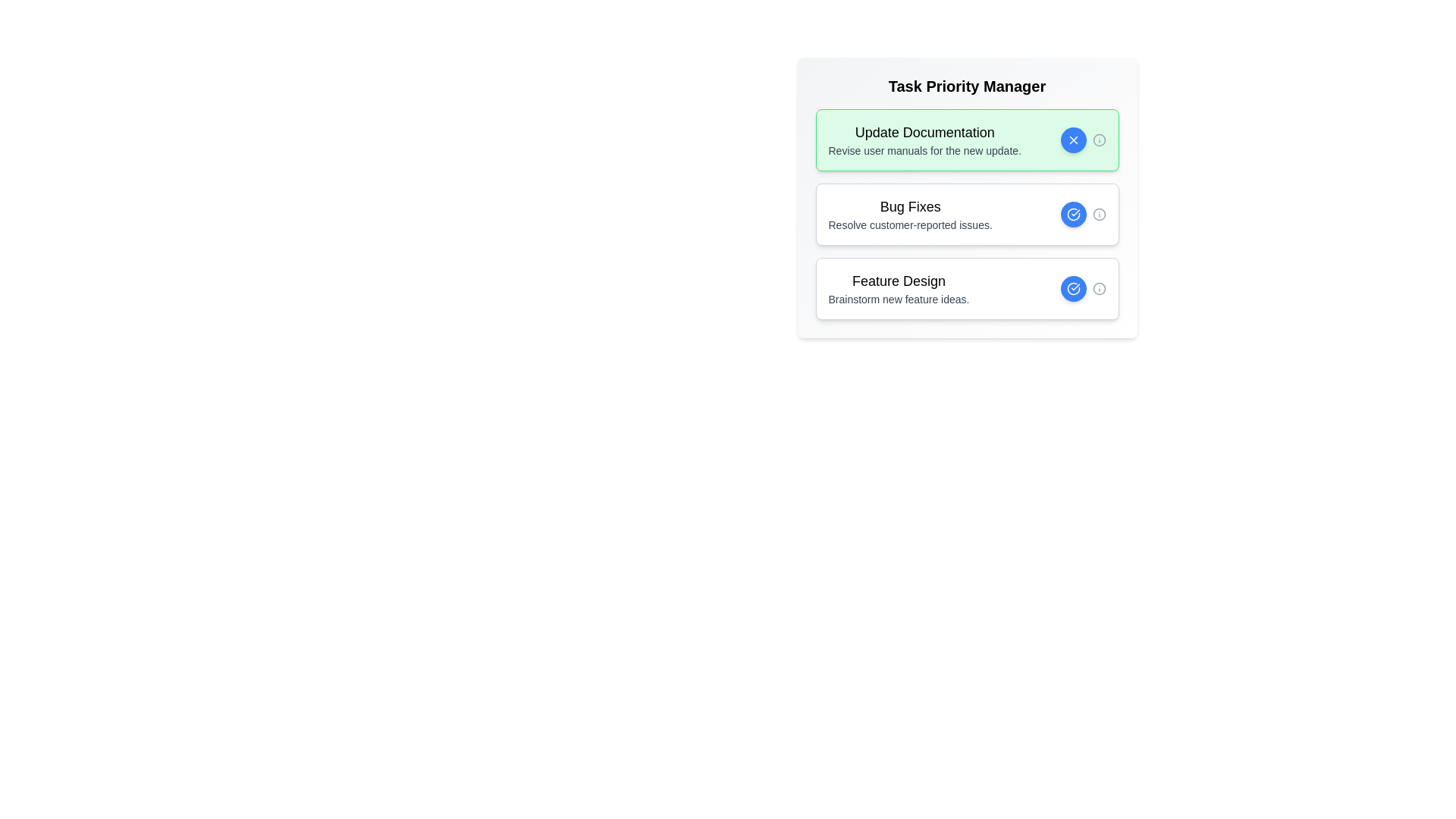 This screenshot has width=1456, height=819. What do you see at coordinates (1099, 140) in the screenshot?
I see `the info icon for the task titled 'Update Documentation' to view additional information` at bounding box center [1099, 140].